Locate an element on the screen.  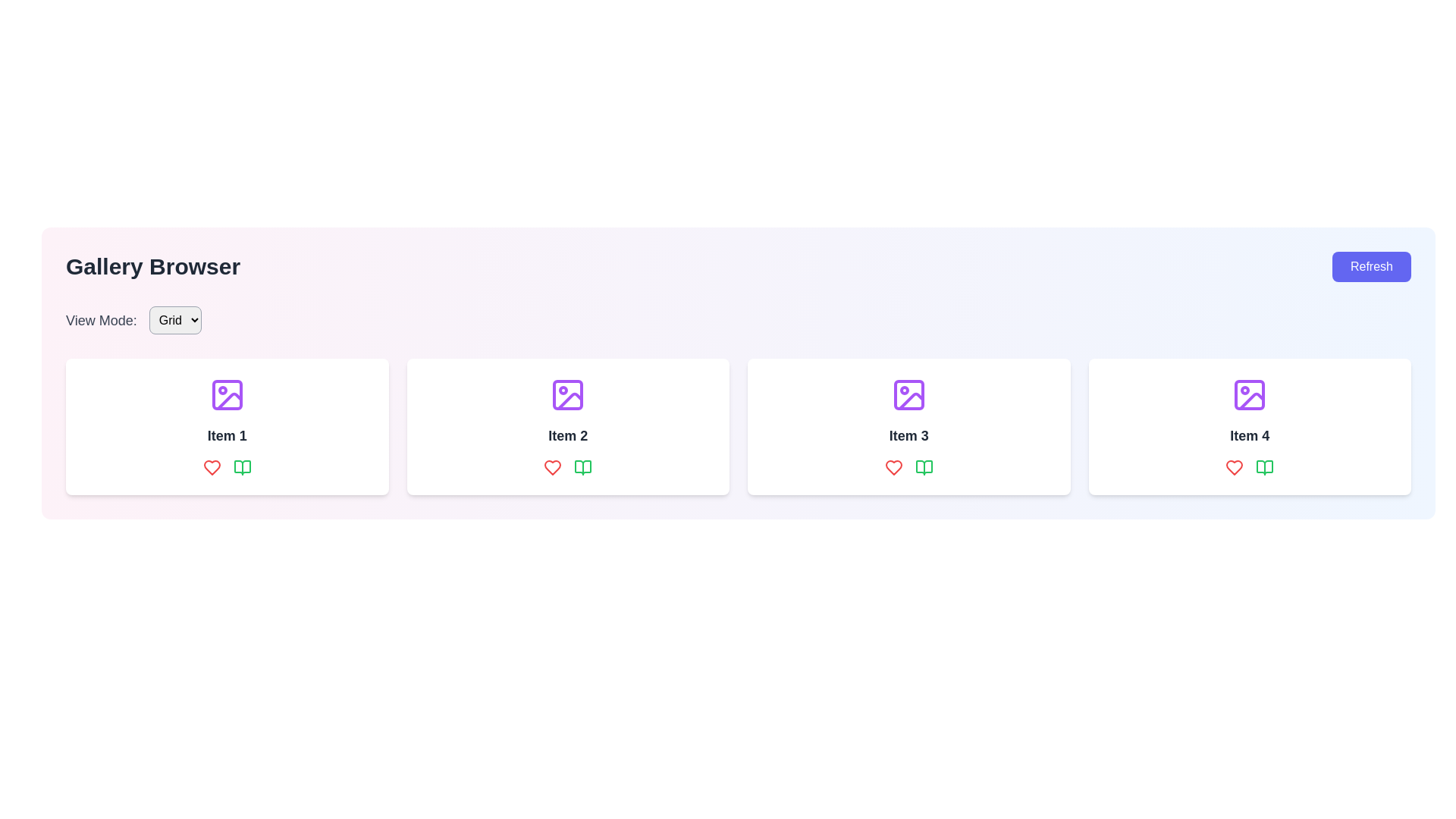
the purple Decorative icon resembling an image frame with a mountain and sun outline, which is positioned above the text 'Item 1' in the first card is located at coordinates (226, 394).